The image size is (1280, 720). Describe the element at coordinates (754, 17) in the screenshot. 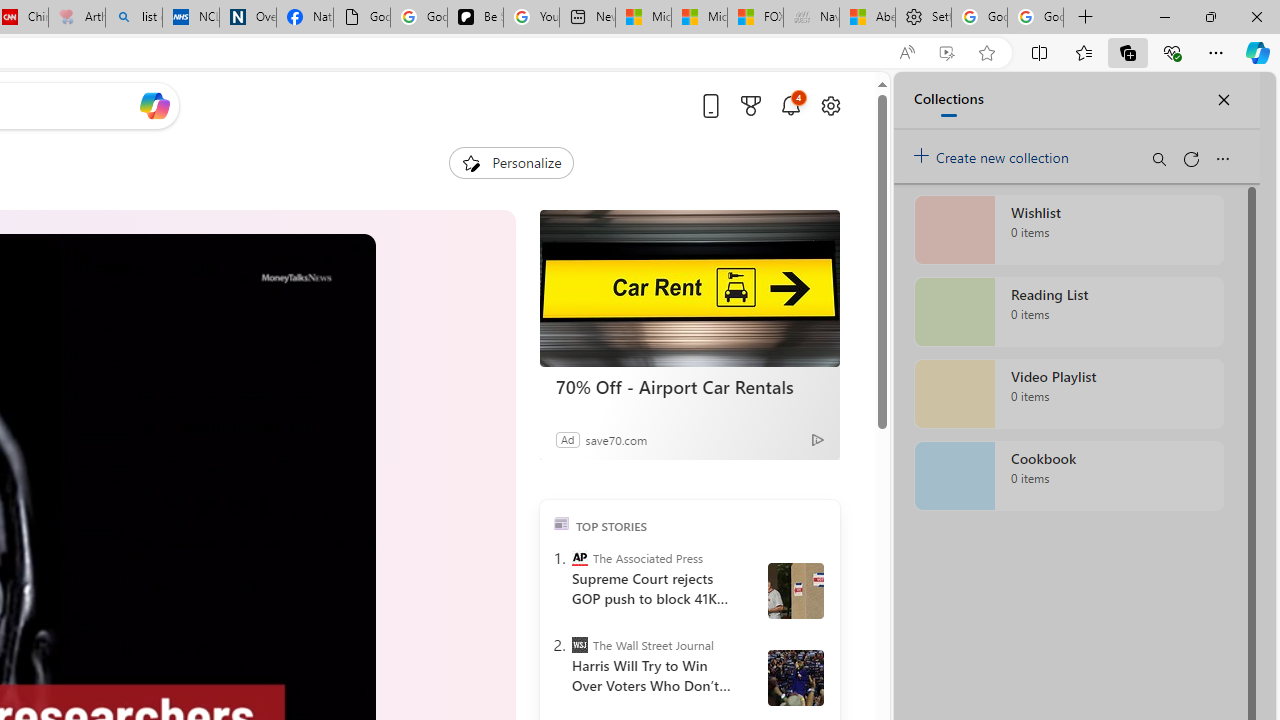

I see `'FOX News - MSN'` at that location.